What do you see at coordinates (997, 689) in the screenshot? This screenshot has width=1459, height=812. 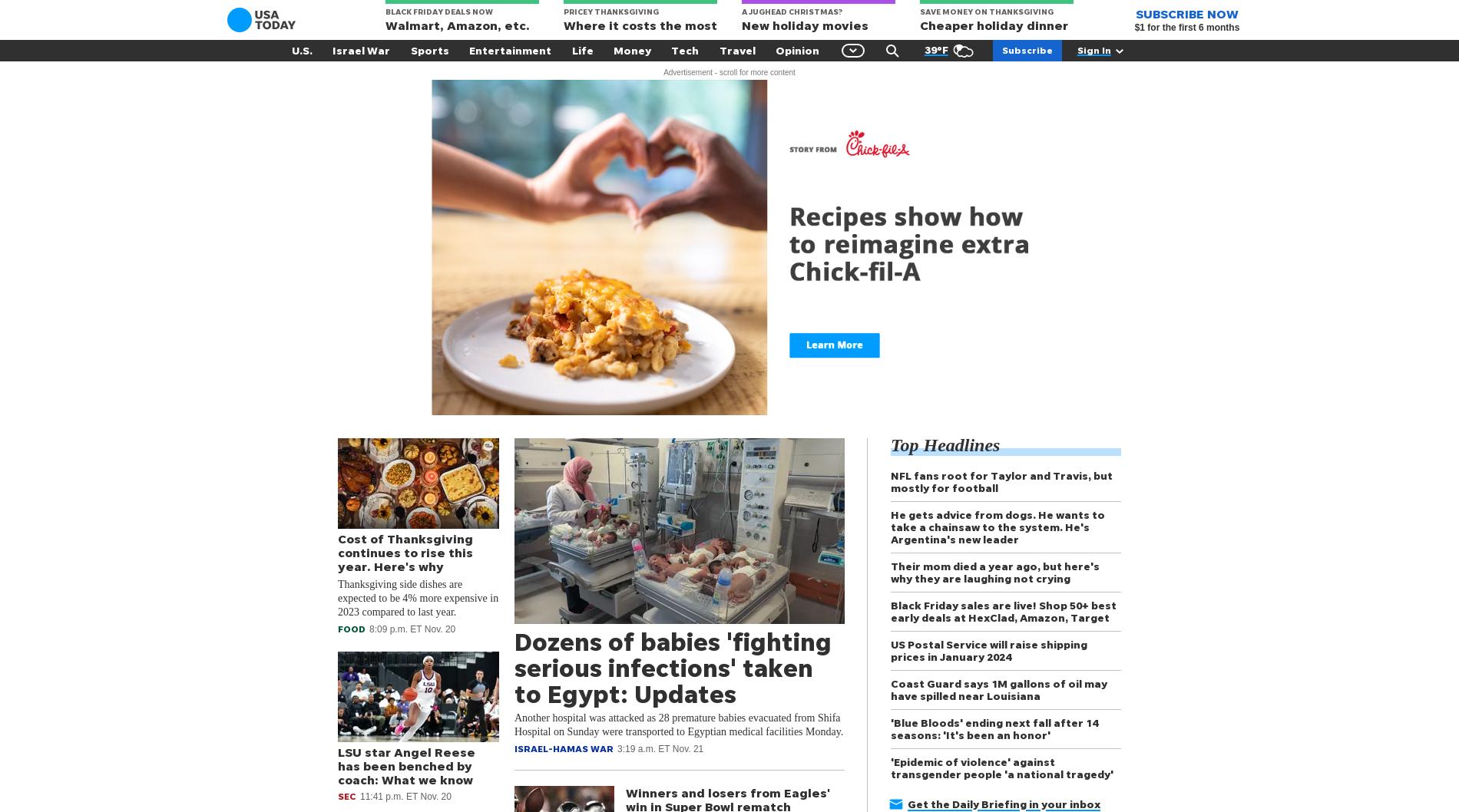 I see `'Coast Guard says 1M gallons of oil may have spilled near Louisiana'` at bounding box center [997, 689].